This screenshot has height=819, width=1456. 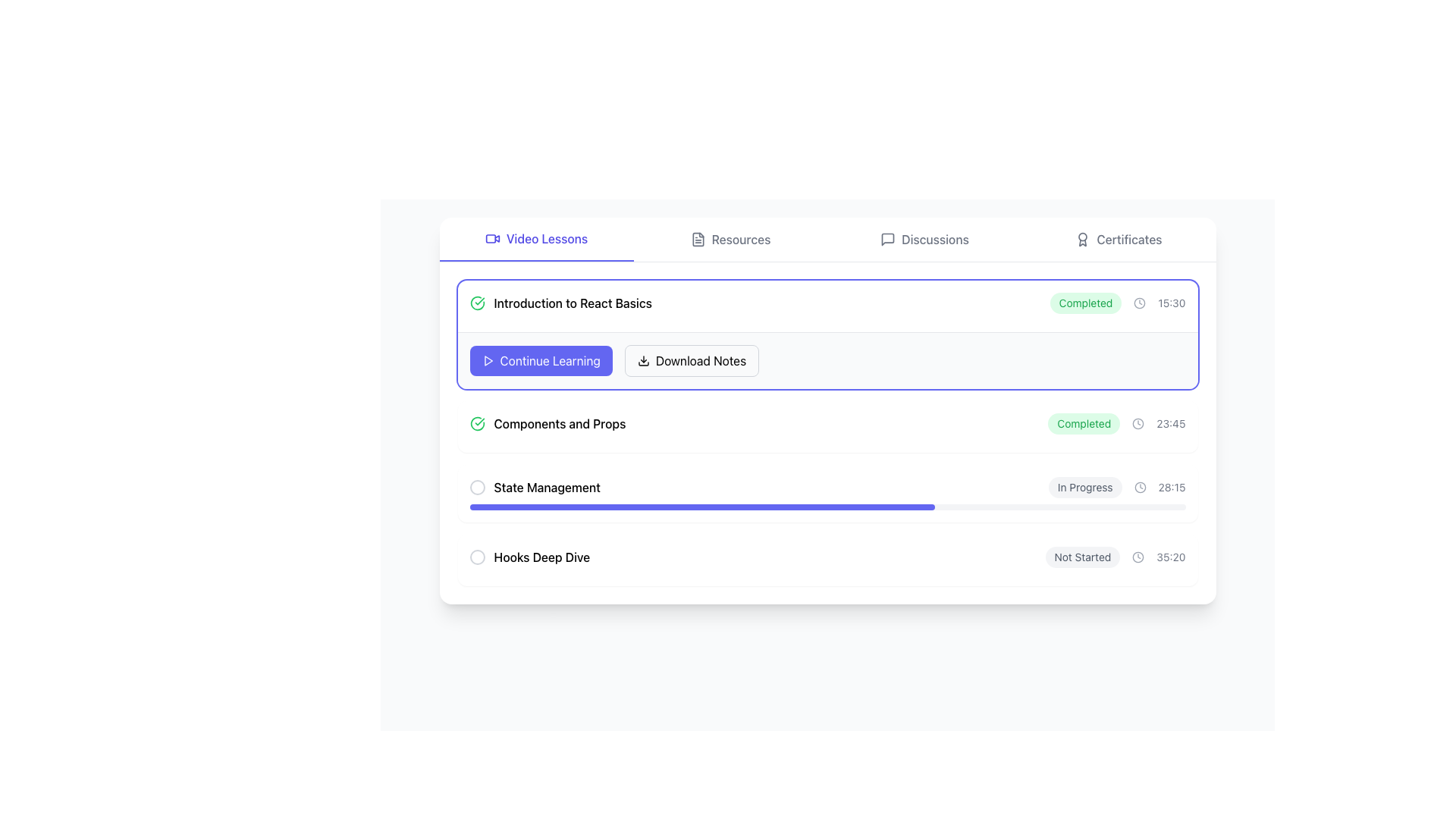 I want to click on the 'Certificates' icon located to the left of the text 'Certificates' in the top-right corner of the interface, so click(x=1082, y=239).